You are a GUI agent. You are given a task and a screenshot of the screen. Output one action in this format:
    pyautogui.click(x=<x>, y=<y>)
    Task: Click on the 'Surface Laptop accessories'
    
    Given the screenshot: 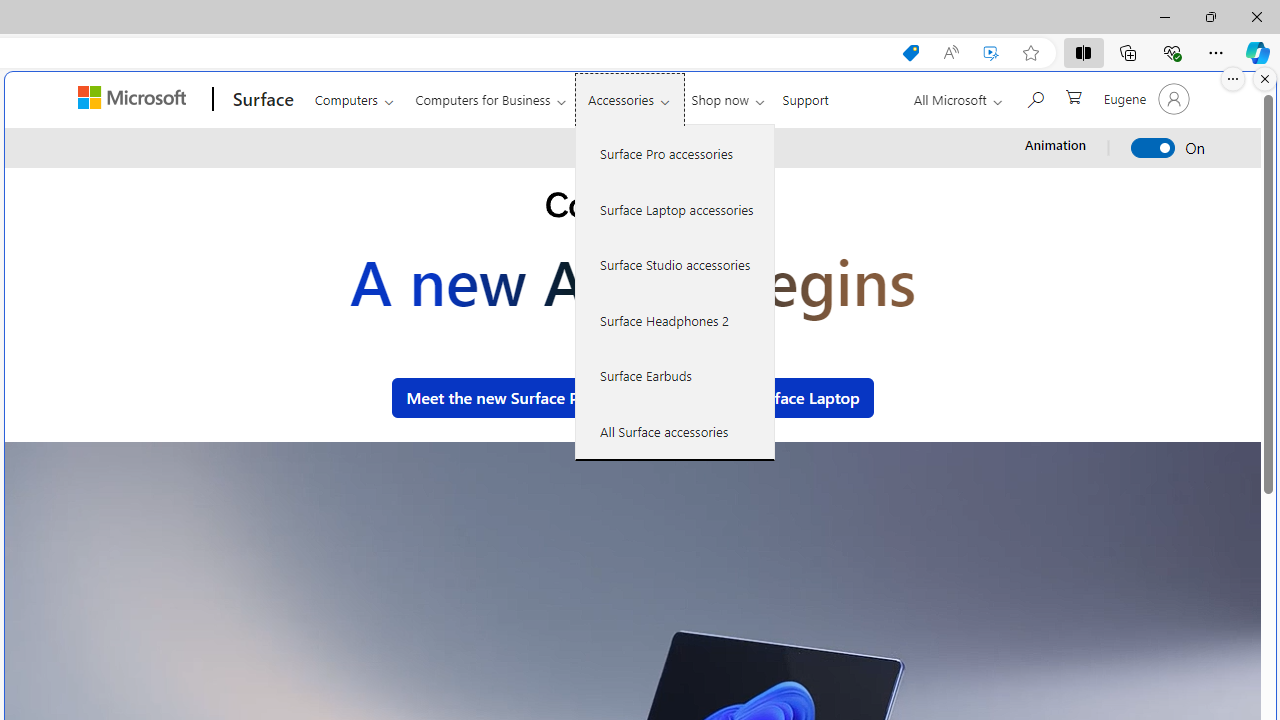 What is the action you would take?
    pyautogui.click(x=675, y=208)
    